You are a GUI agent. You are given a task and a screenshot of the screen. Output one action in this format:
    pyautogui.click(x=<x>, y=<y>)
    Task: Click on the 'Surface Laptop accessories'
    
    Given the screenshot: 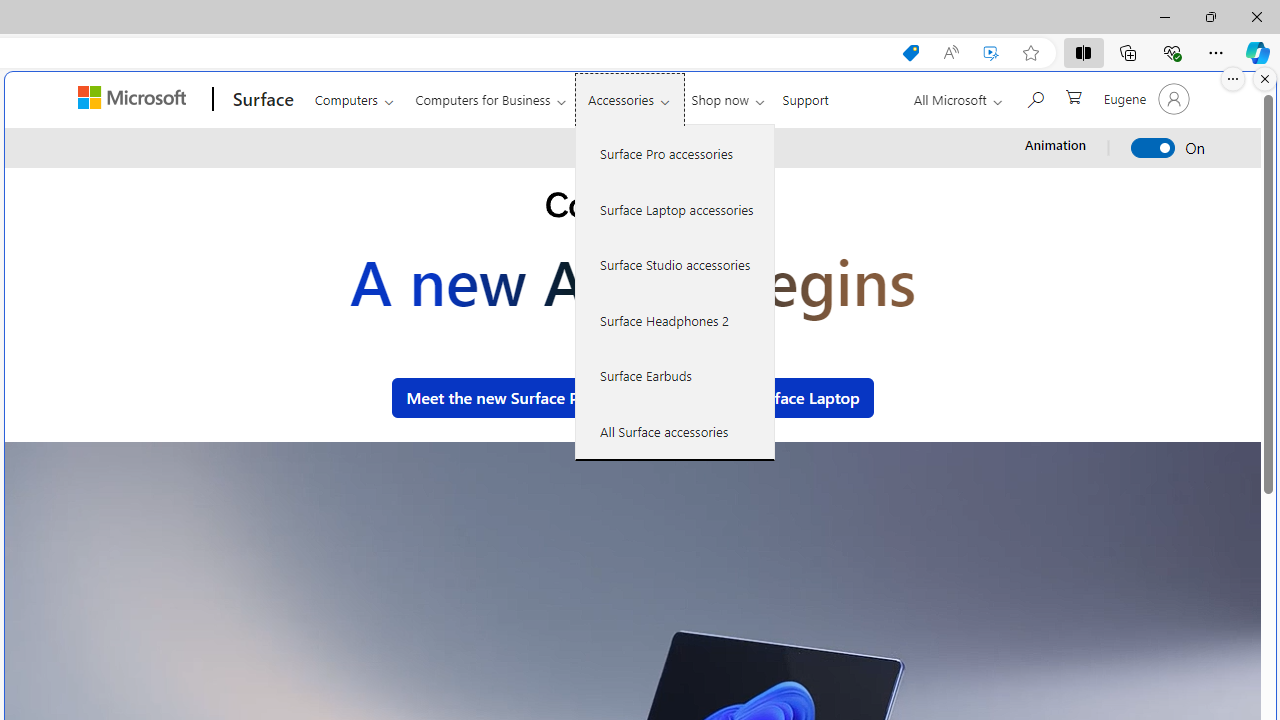 What is the action you would take?
    pyautogui.click(x=675, y=208)
    